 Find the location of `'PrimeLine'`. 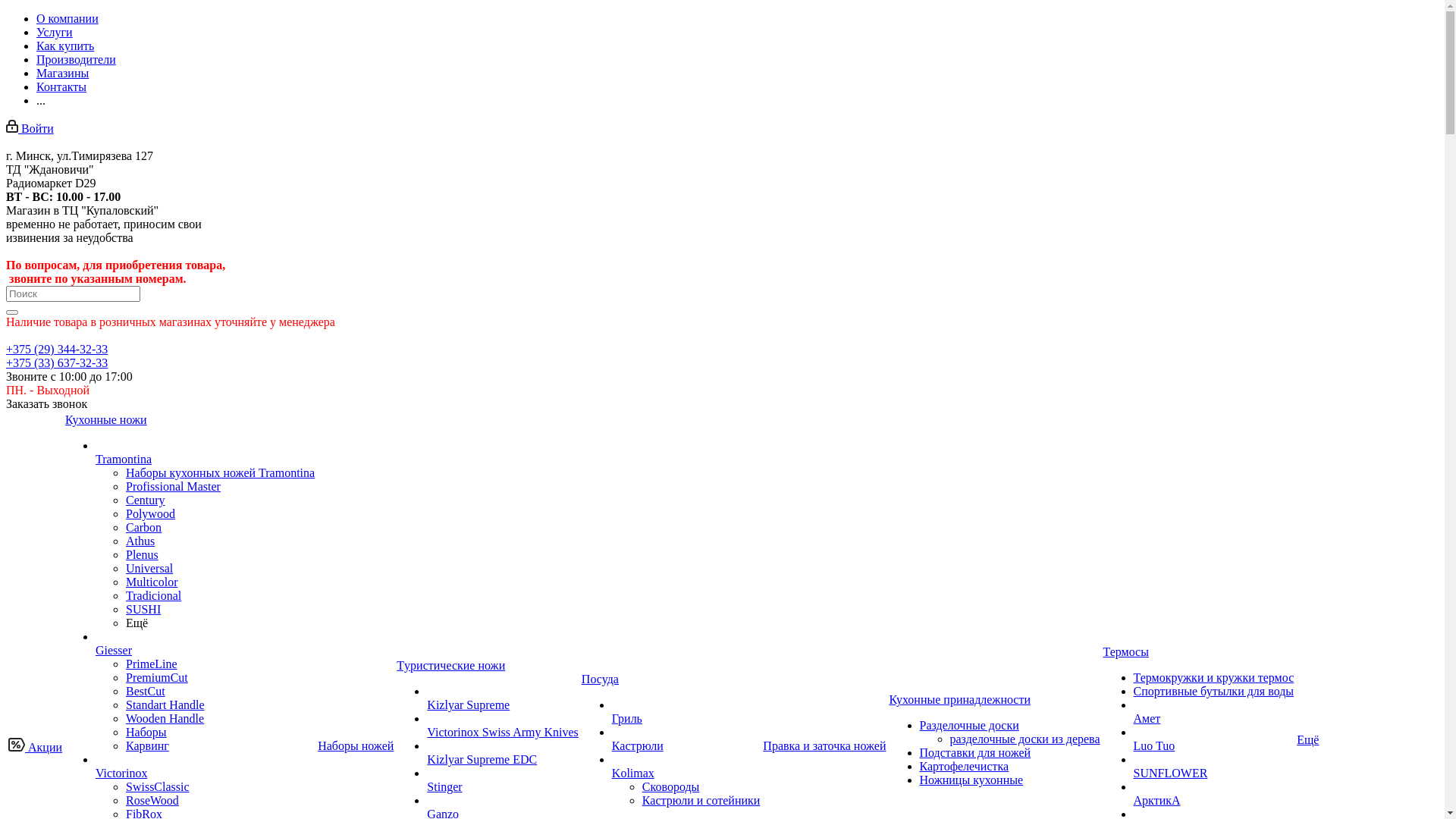

'PrimeLine' is located at coordinates (152, 663).